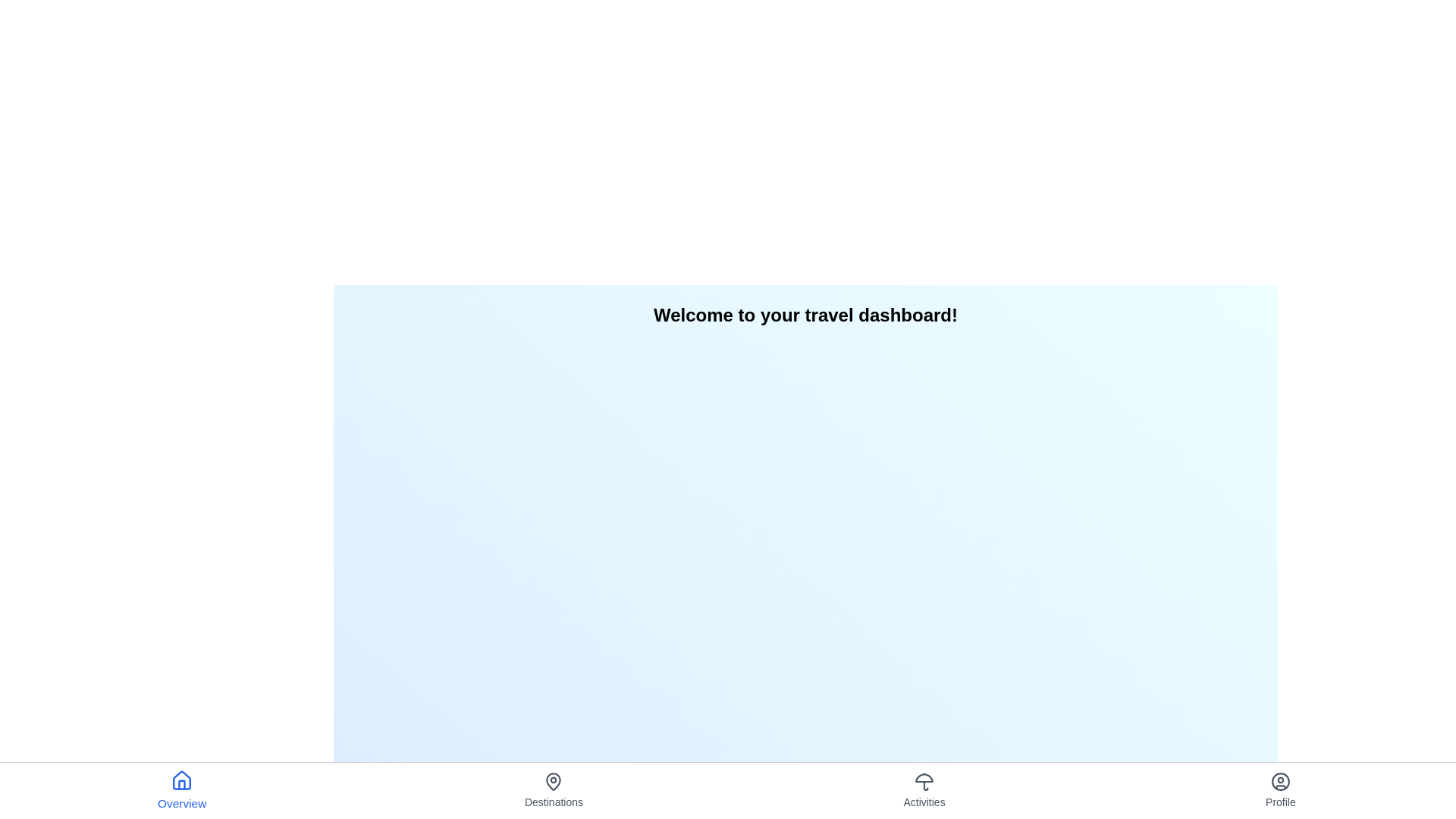  What do you see at coordinates (182, 789) in the screenshot?
I see `the navigation button for 'Overview' located at the far left of the bottom navigation menu` at bounding box center [182, 789].